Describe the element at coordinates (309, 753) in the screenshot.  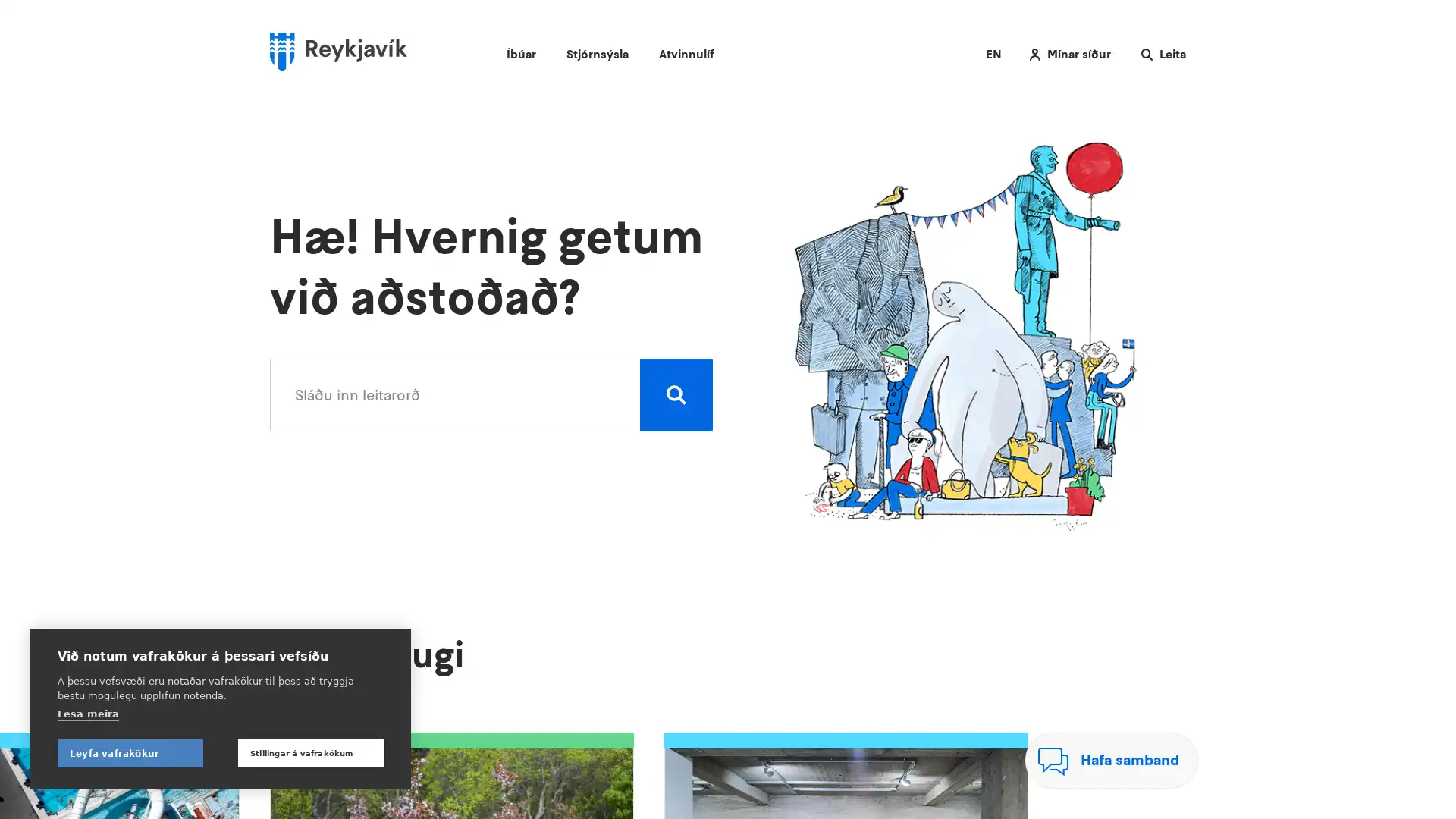
I see `Stillingar a vafrakokum` at that location.